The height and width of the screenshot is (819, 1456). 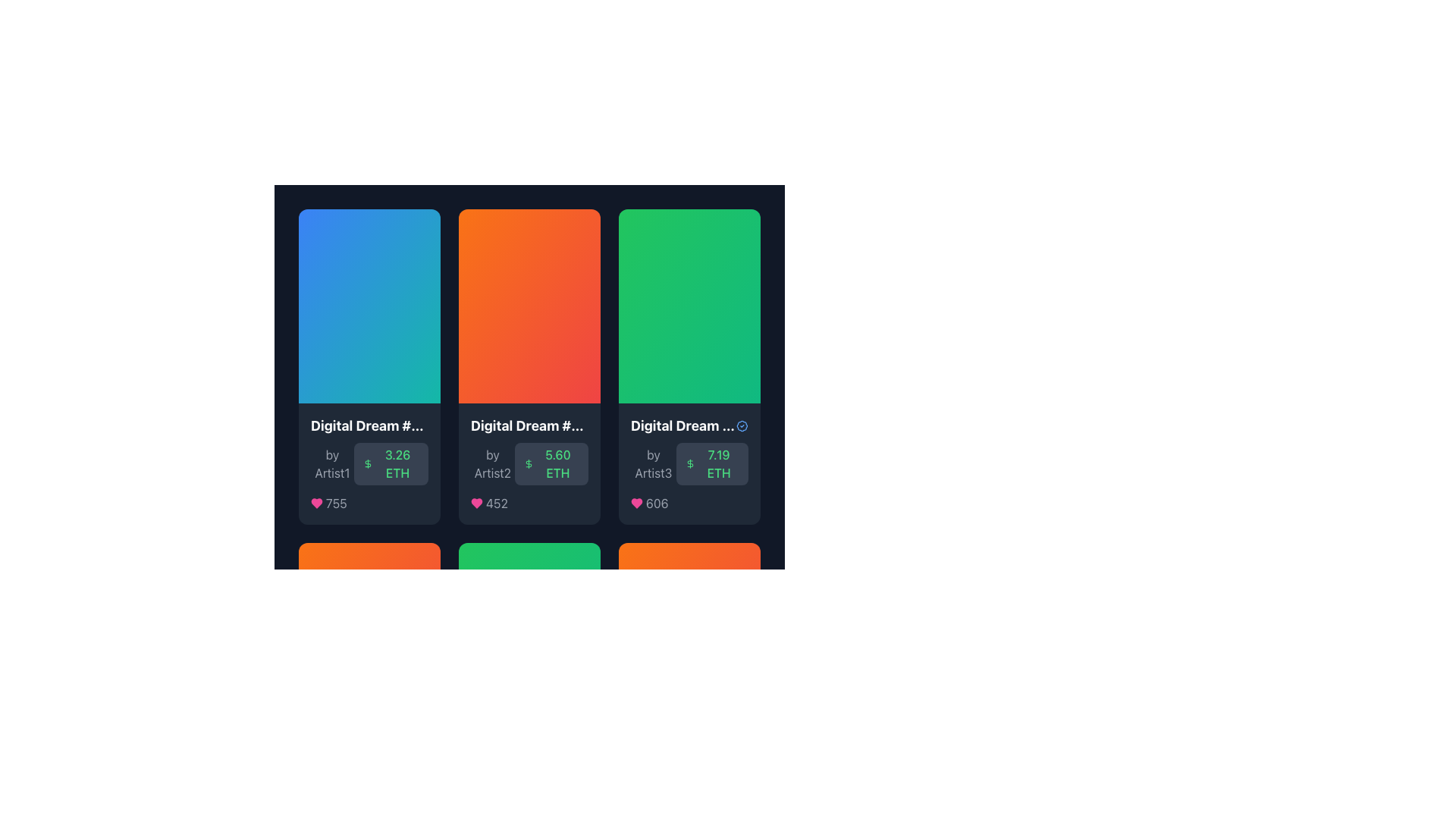 I want to click on the 'like' icon located below the second card in the grid, so click(x=637, y=503).